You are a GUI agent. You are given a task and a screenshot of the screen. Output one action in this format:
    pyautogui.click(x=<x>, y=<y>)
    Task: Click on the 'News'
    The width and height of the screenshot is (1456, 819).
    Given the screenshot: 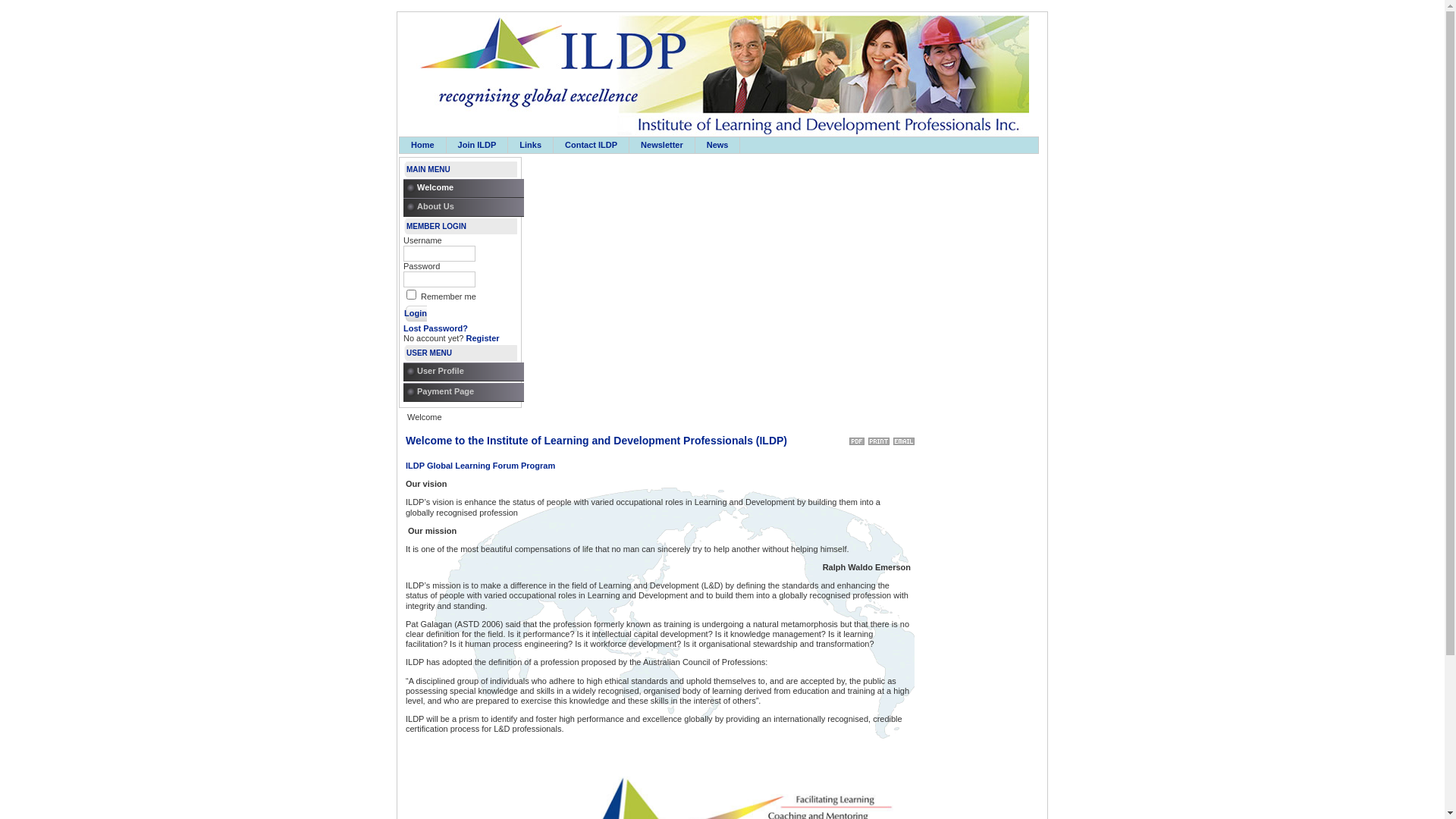 What is the action you would take?
    pyautogui.click(x=717, y=145)
    